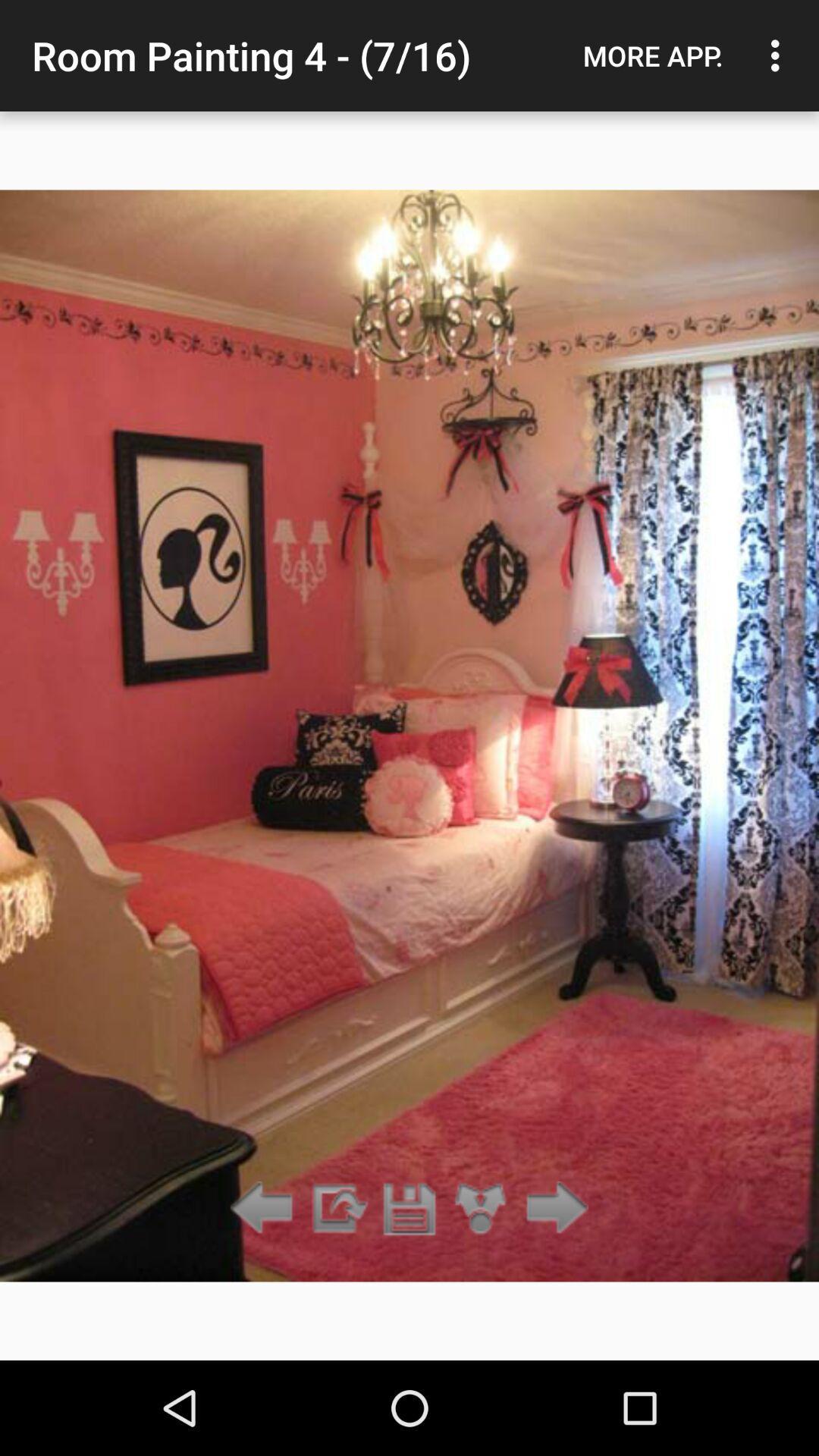 The image size is (819, 1456). I want to click on press camera pan icon, so click(481, 1208).